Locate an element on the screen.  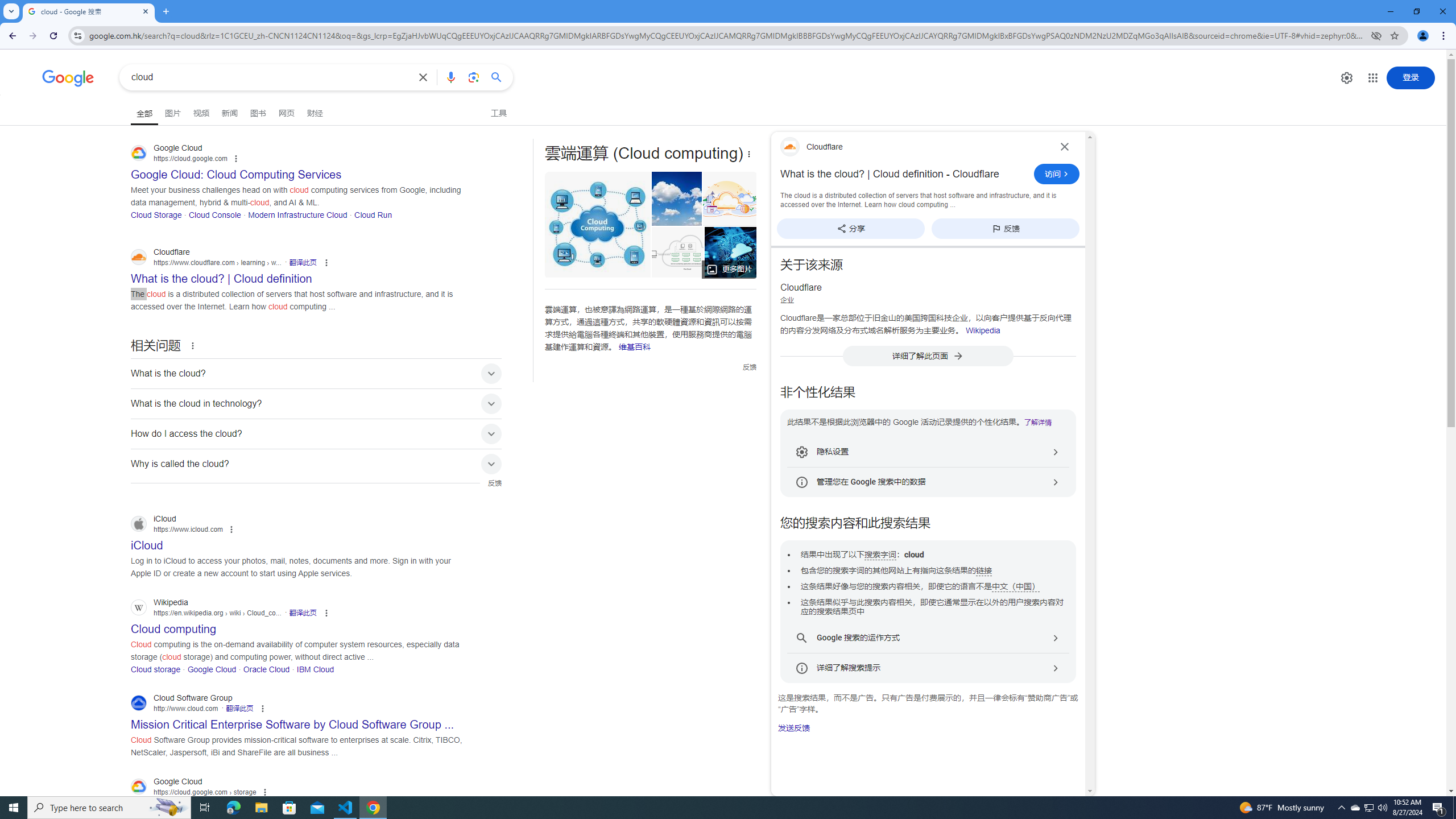
'Google' is located at coordinates (68, 78).